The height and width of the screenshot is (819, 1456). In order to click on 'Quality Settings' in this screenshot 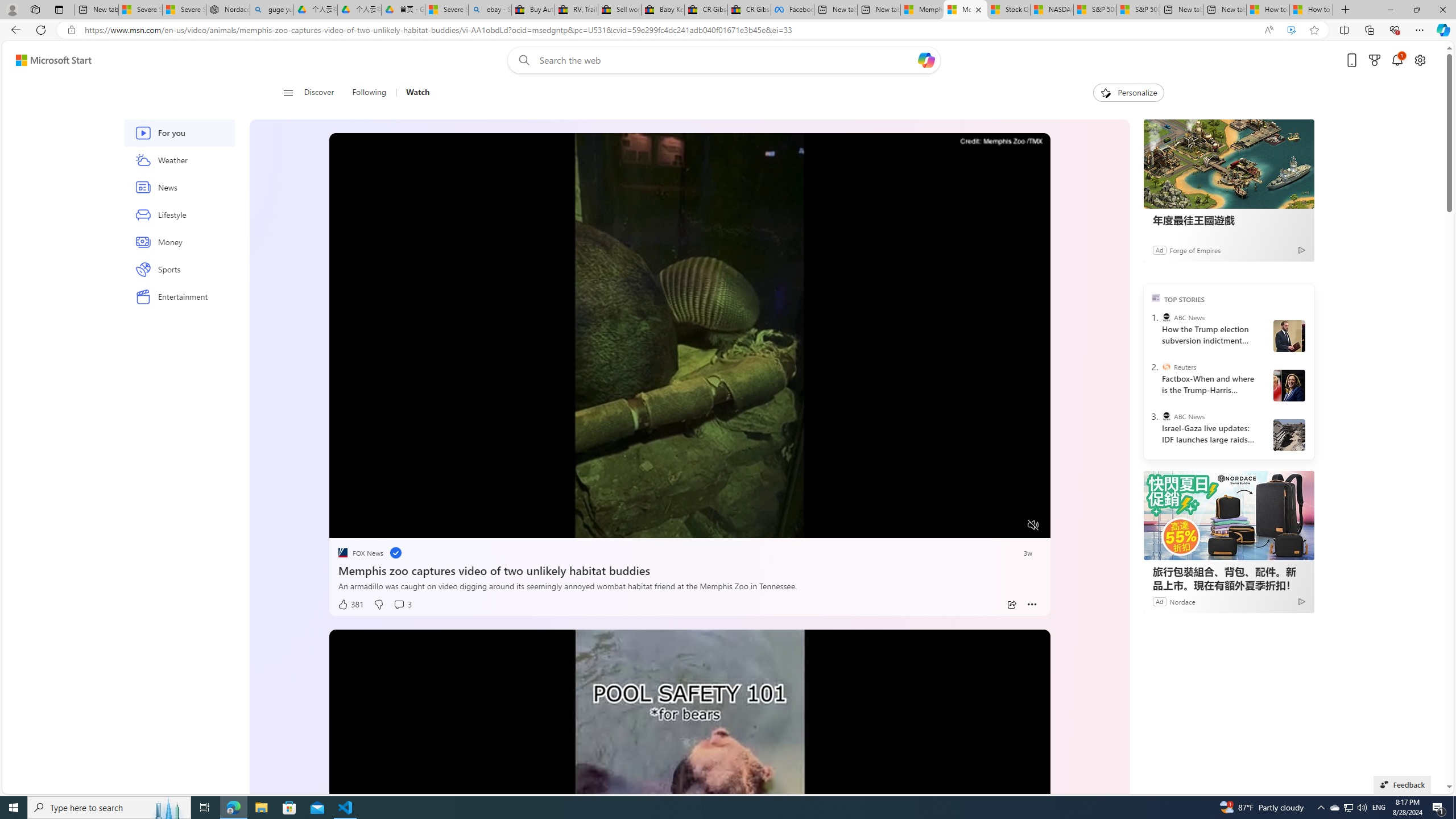, I will do `click(965, 525)`.